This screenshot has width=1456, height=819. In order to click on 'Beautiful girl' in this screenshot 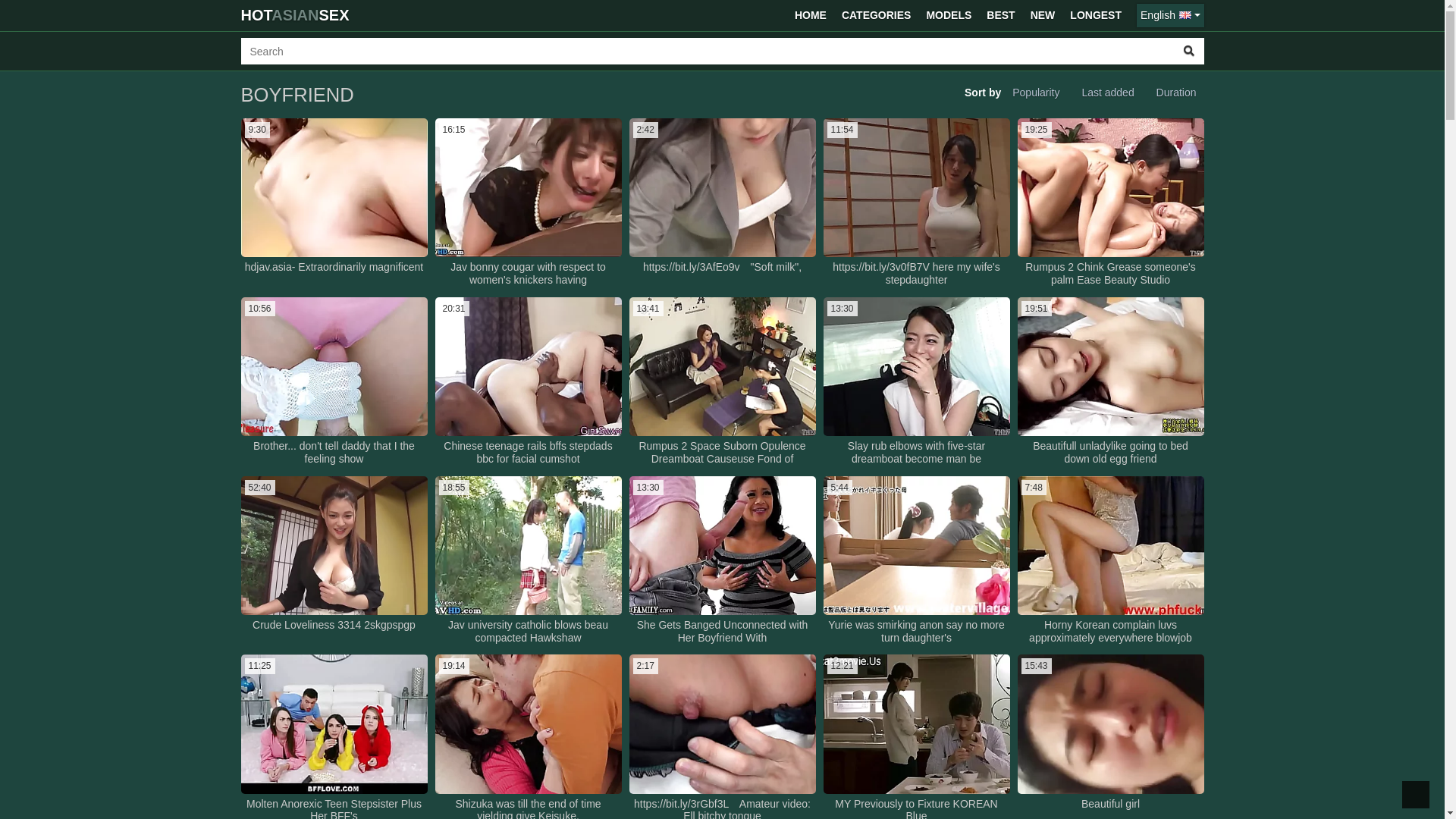, I will do `click(1110, 803)`.